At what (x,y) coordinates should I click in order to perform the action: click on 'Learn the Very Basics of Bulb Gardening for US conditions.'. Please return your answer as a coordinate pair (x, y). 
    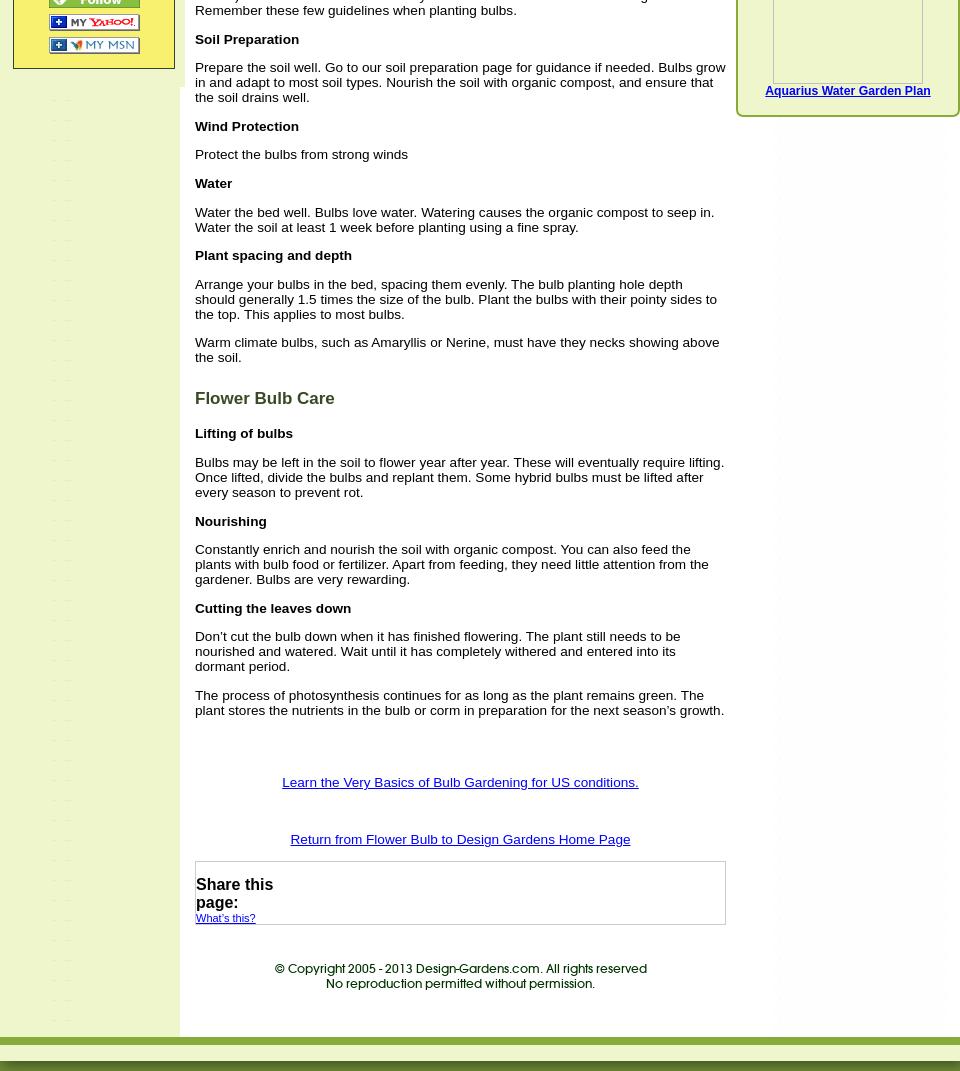
    Looking at the image, I should click on (460, 781).